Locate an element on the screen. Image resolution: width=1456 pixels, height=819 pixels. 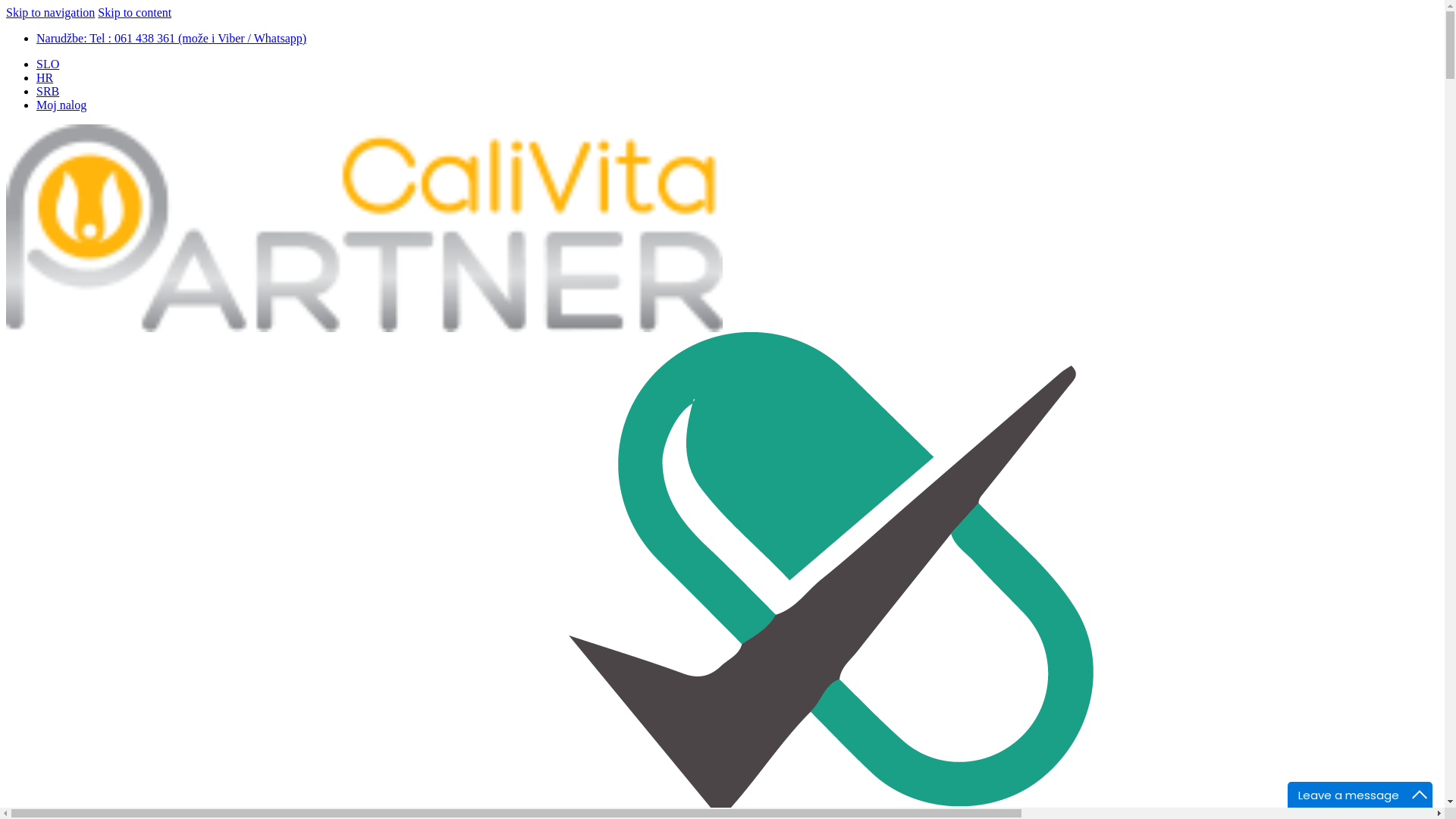
'Moj nalog' is located at coordinates (61, 104).